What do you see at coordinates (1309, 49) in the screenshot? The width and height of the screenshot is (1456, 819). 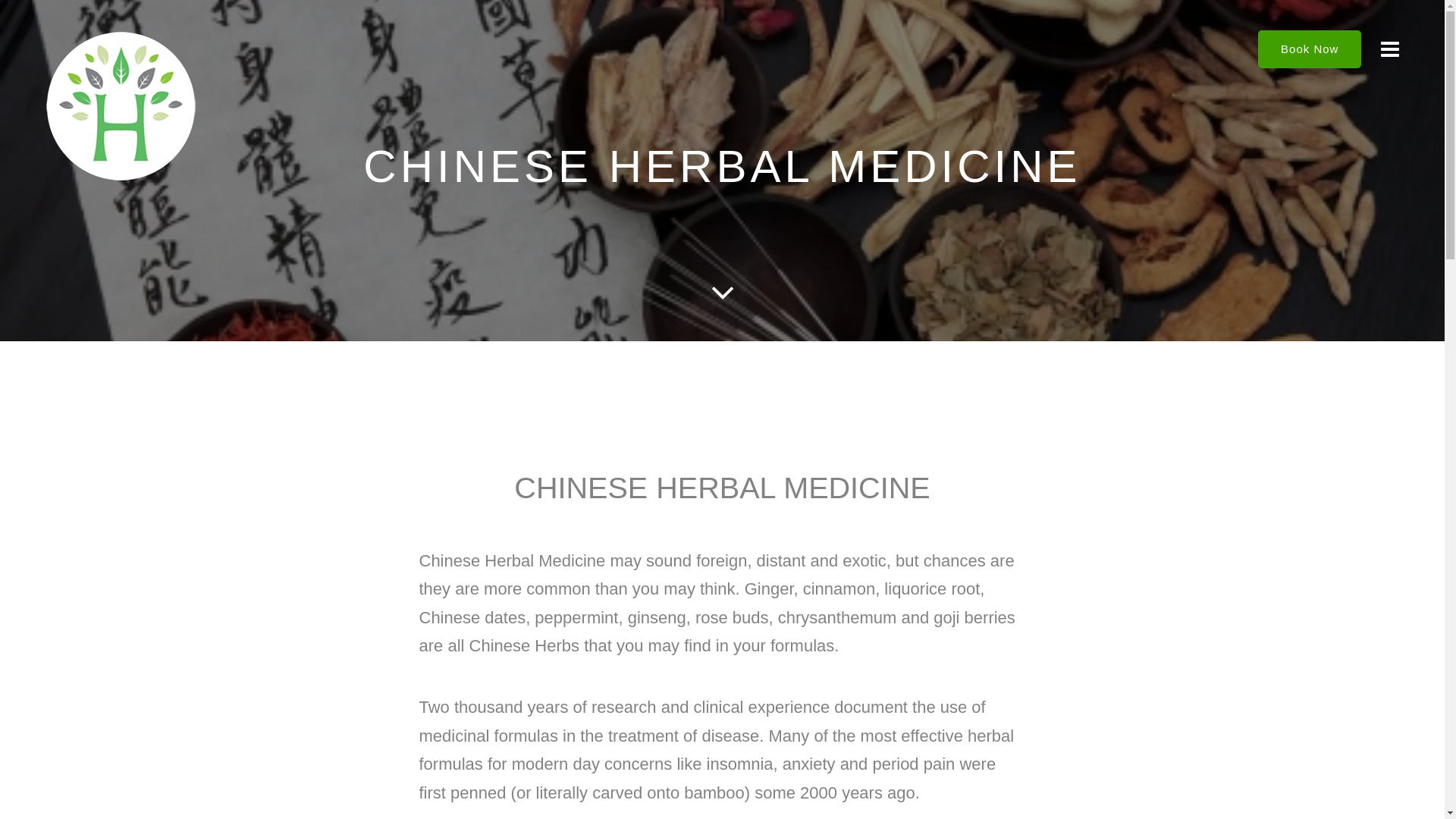 I see `'Book Now'` at bounding box center [1309, 49].